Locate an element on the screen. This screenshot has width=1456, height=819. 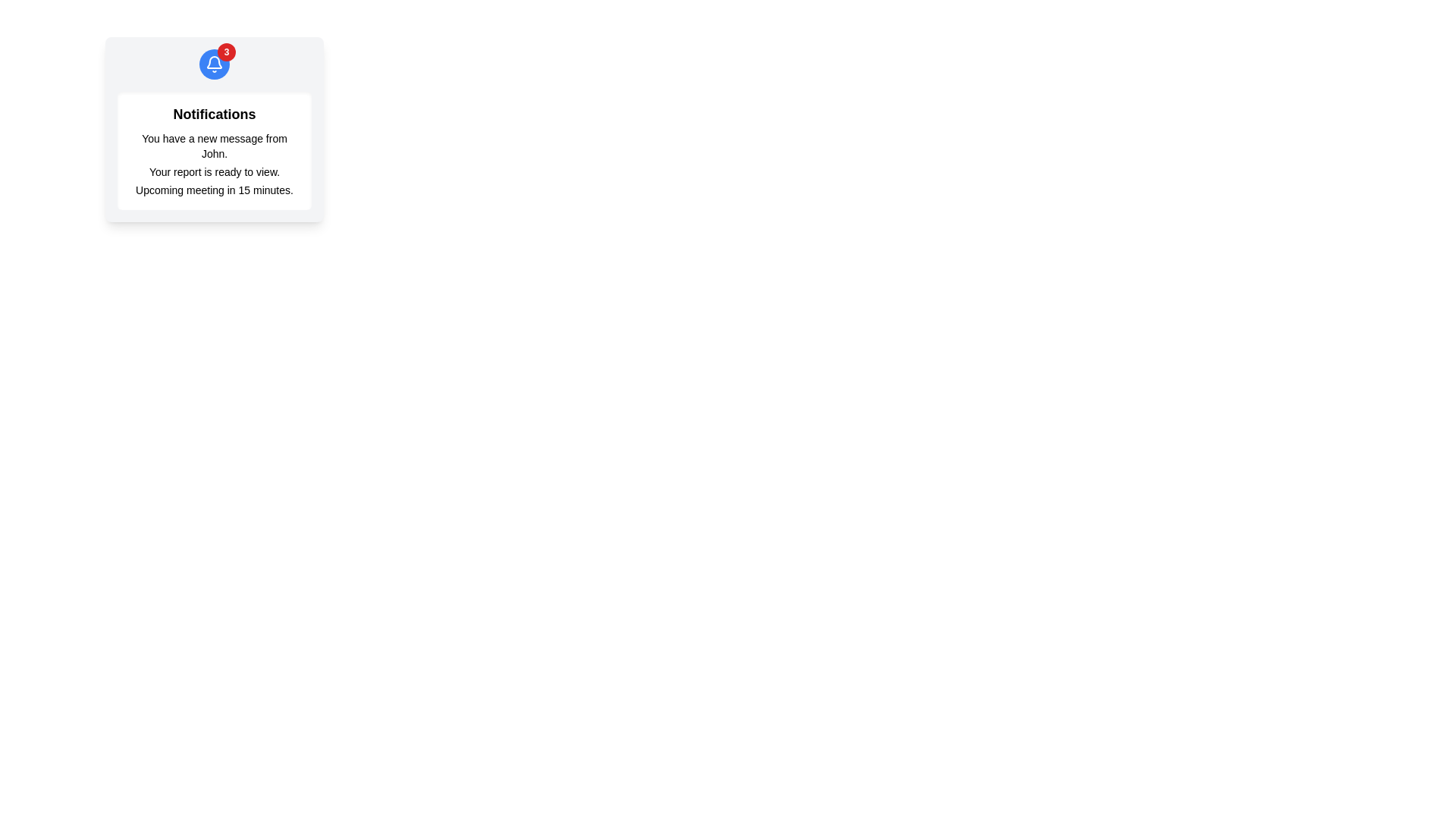
the third text label in the notification card that displays a notification message about an upcoming meeting, which is positioned at the bottom of the list of notifications is located at coordinates (214, 189).